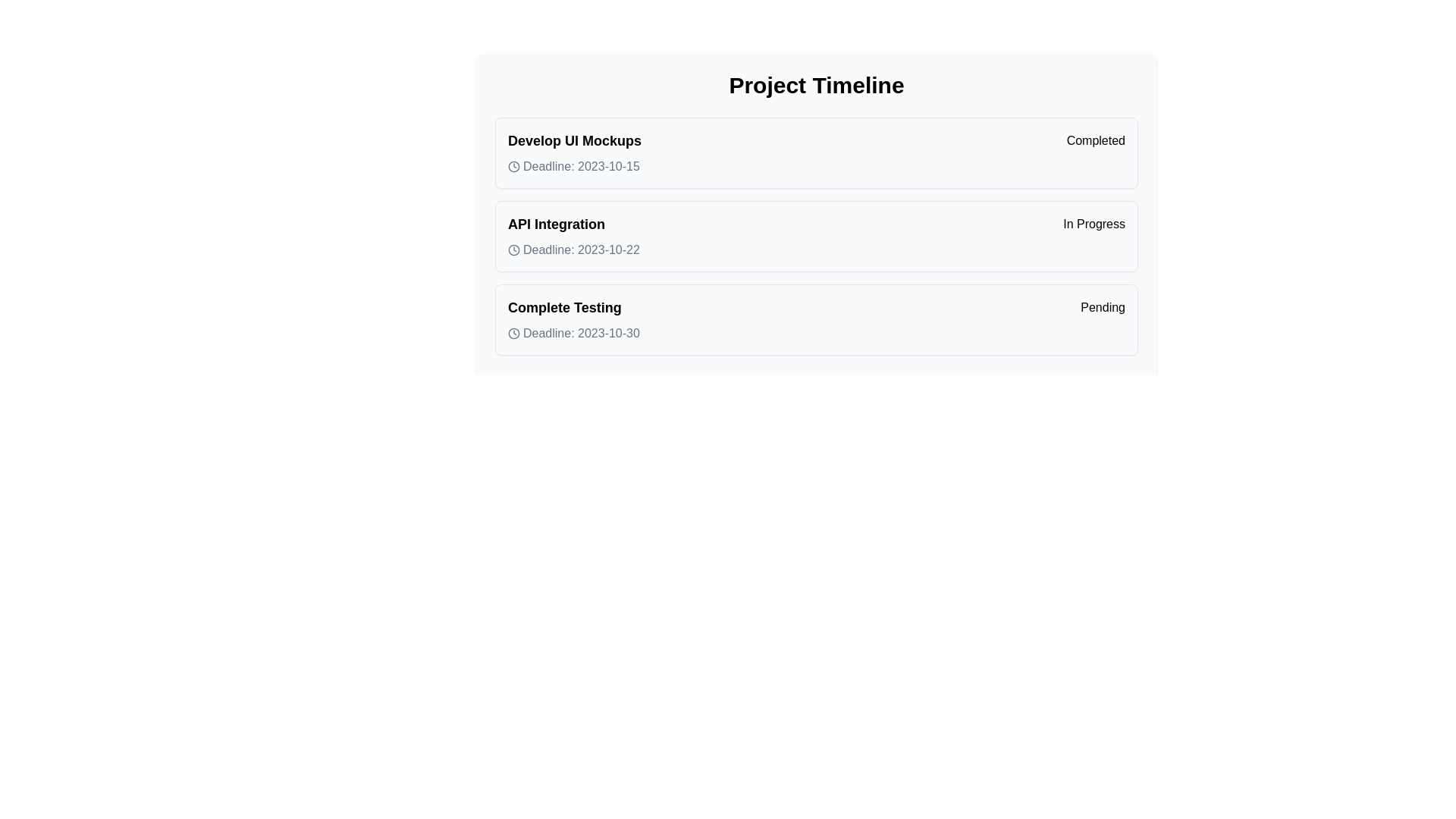 The height and width of the screenshot is (819, 1456). I want to click on the circular graphical representation within the clock icon located in the 'Develop UI Mockups' row, which indicates a deadline, so click(513, 166).